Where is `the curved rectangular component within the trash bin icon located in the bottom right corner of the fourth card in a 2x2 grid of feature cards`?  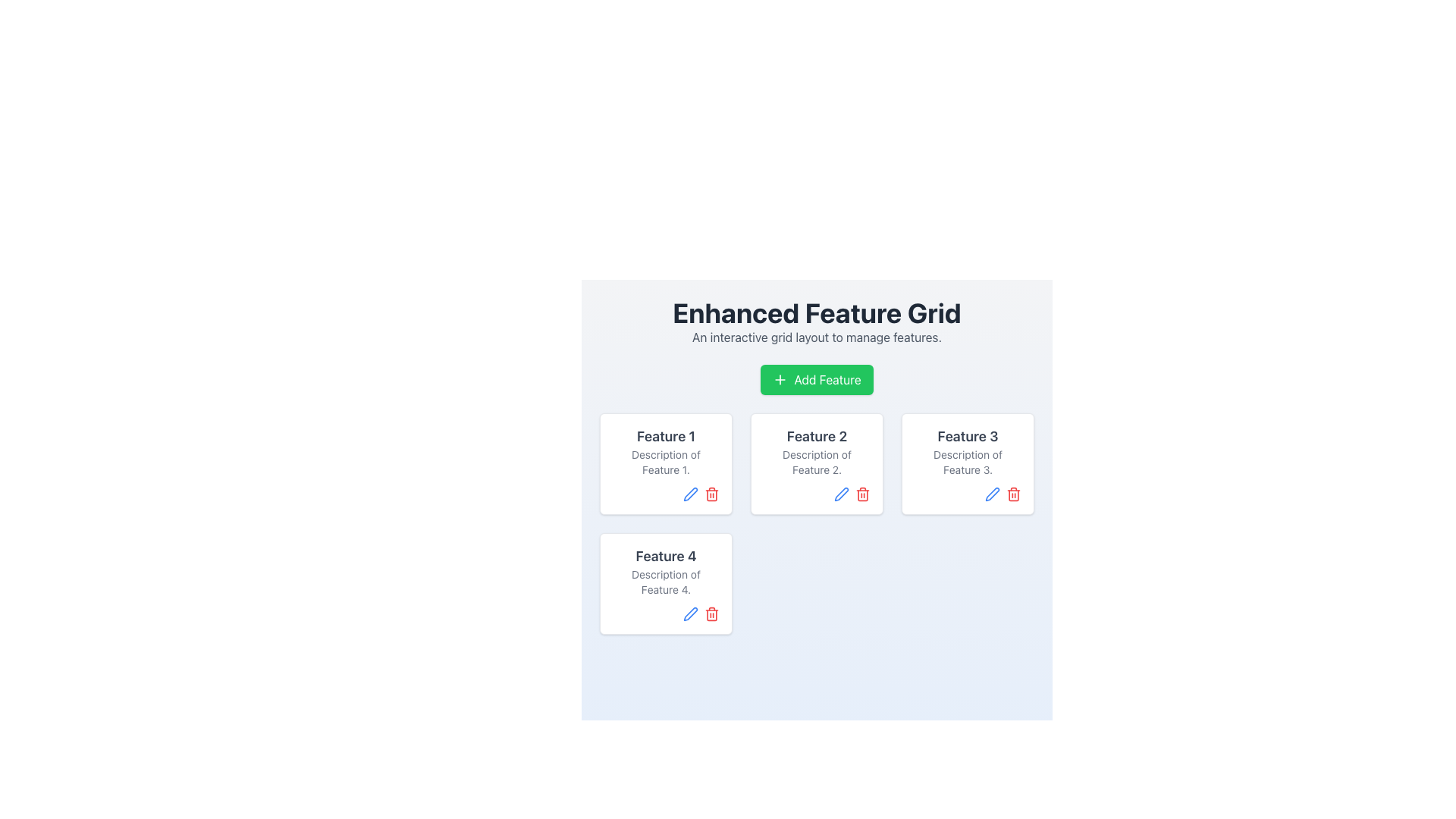
the curved rectangular component within the trash bin icon located in the bottom right corner of the fourth card in a 2x2 grid of feature cards is located at coordinates (711, 614).